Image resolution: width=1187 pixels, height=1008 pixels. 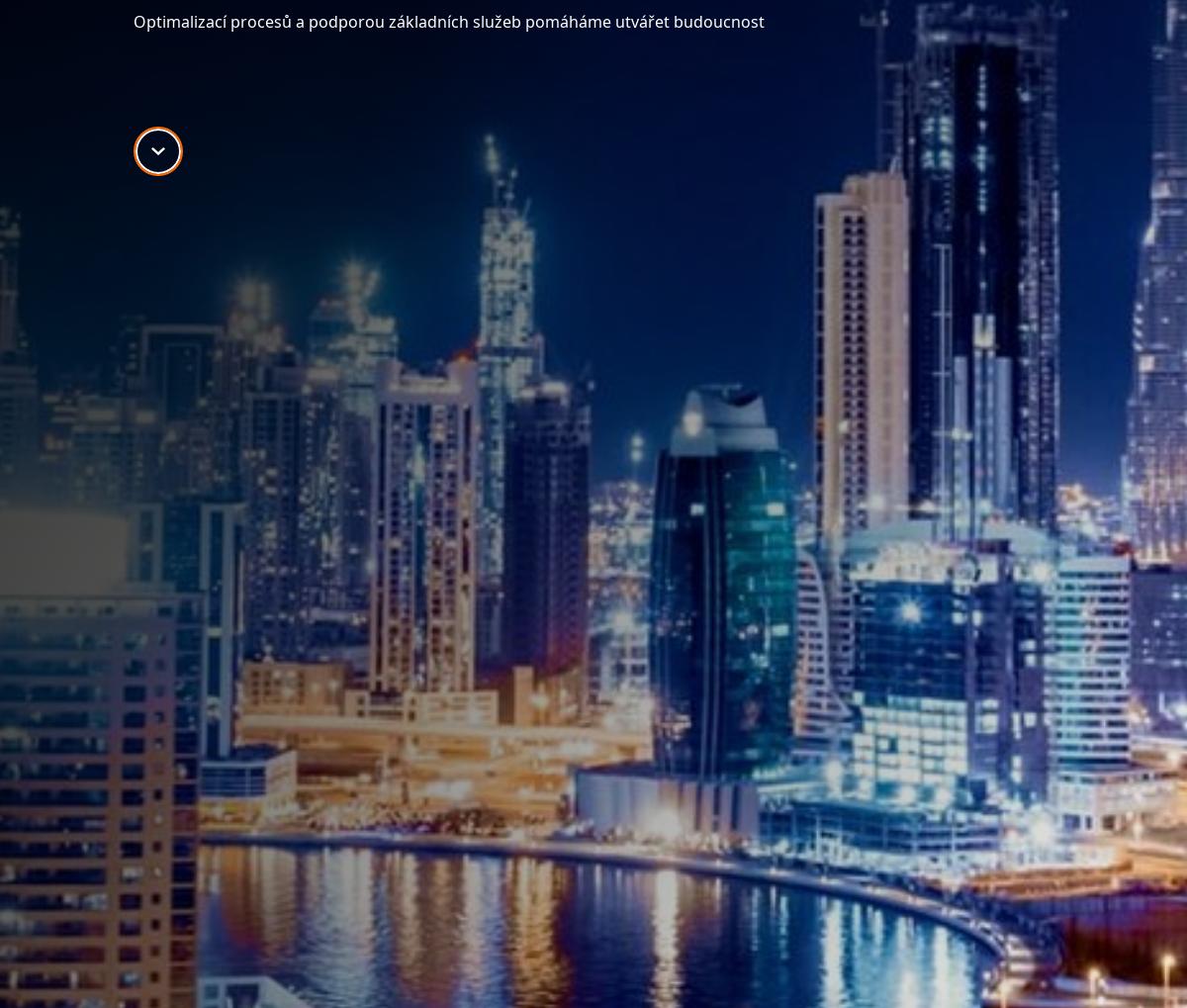 I want to click on 'Sustainability', so click(x=290, y=419).